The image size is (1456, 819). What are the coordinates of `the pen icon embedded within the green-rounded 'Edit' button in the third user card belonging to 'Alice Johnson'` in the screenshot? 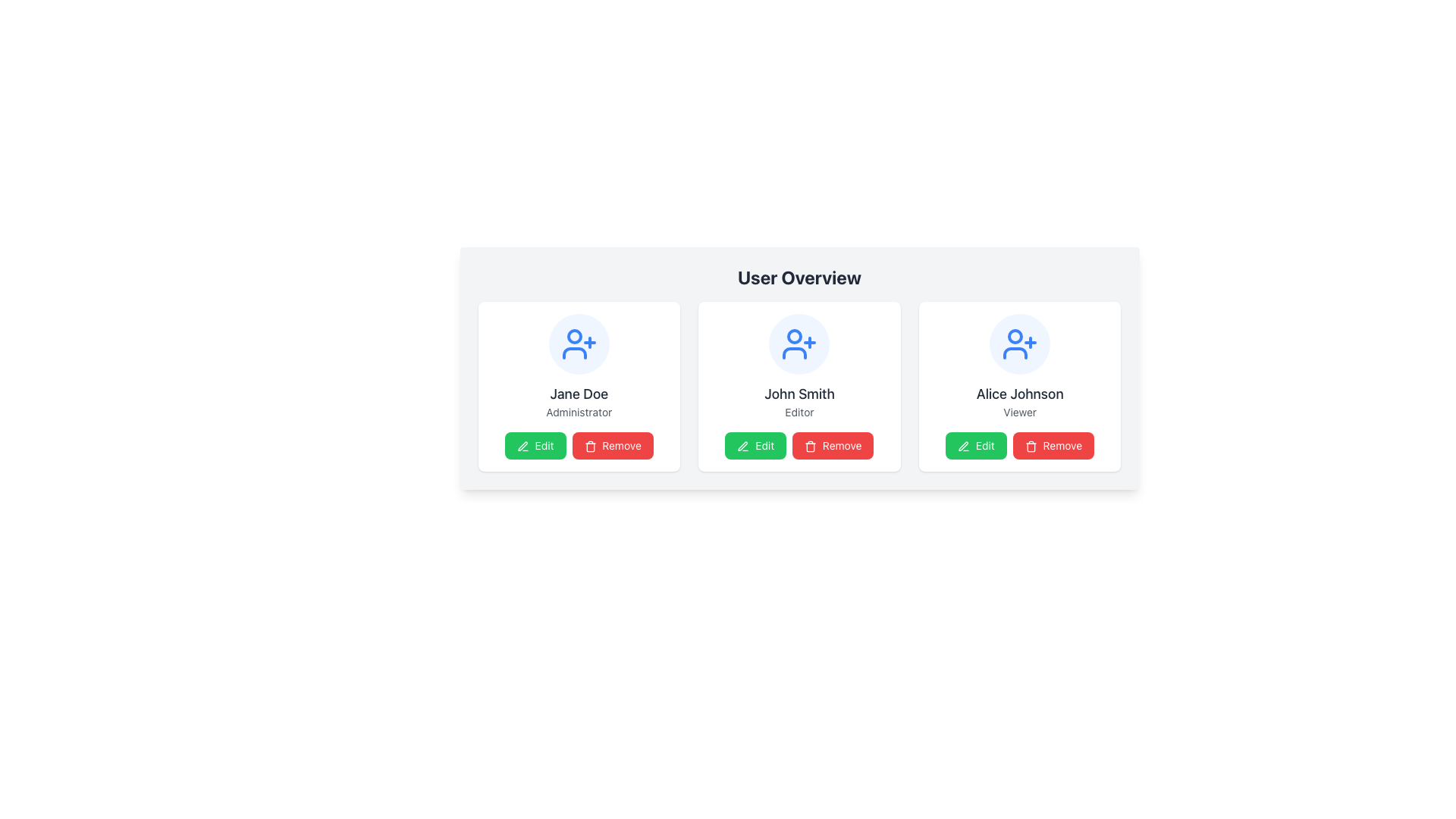 It's located at (963, 446).